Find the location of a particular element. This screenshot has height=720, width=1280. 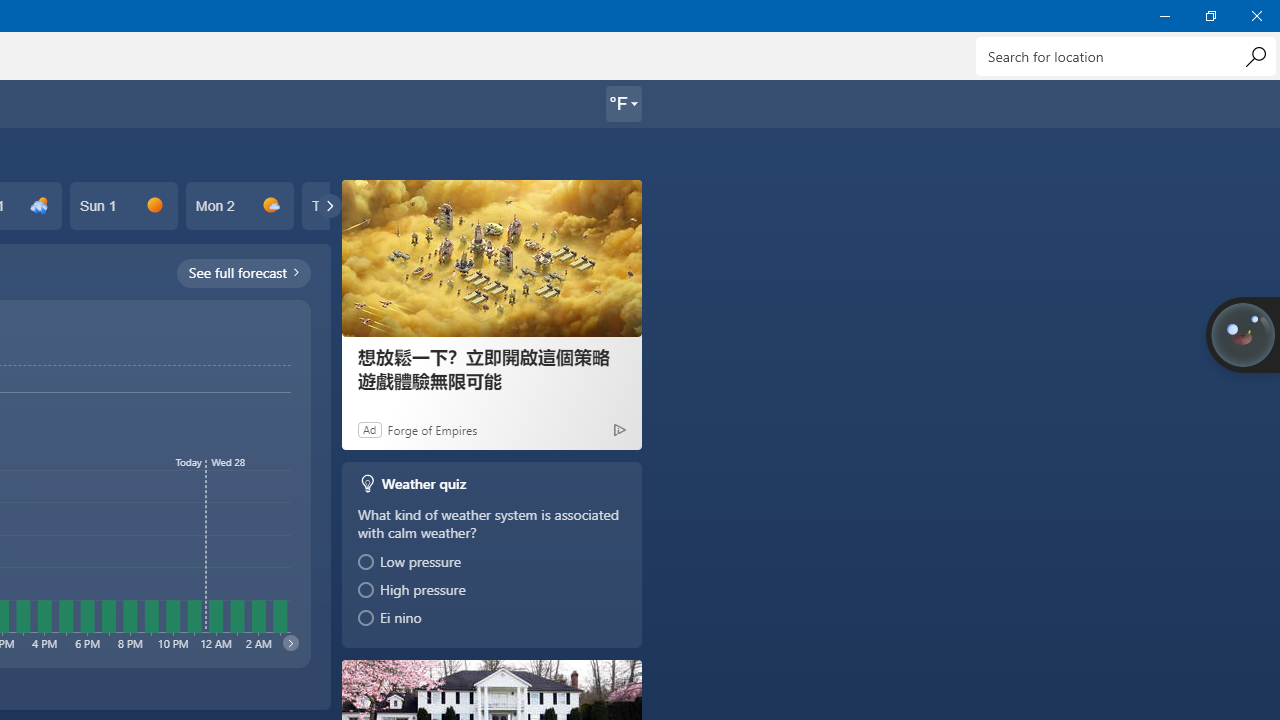

'Search' is located at coordinates (1254, 55).